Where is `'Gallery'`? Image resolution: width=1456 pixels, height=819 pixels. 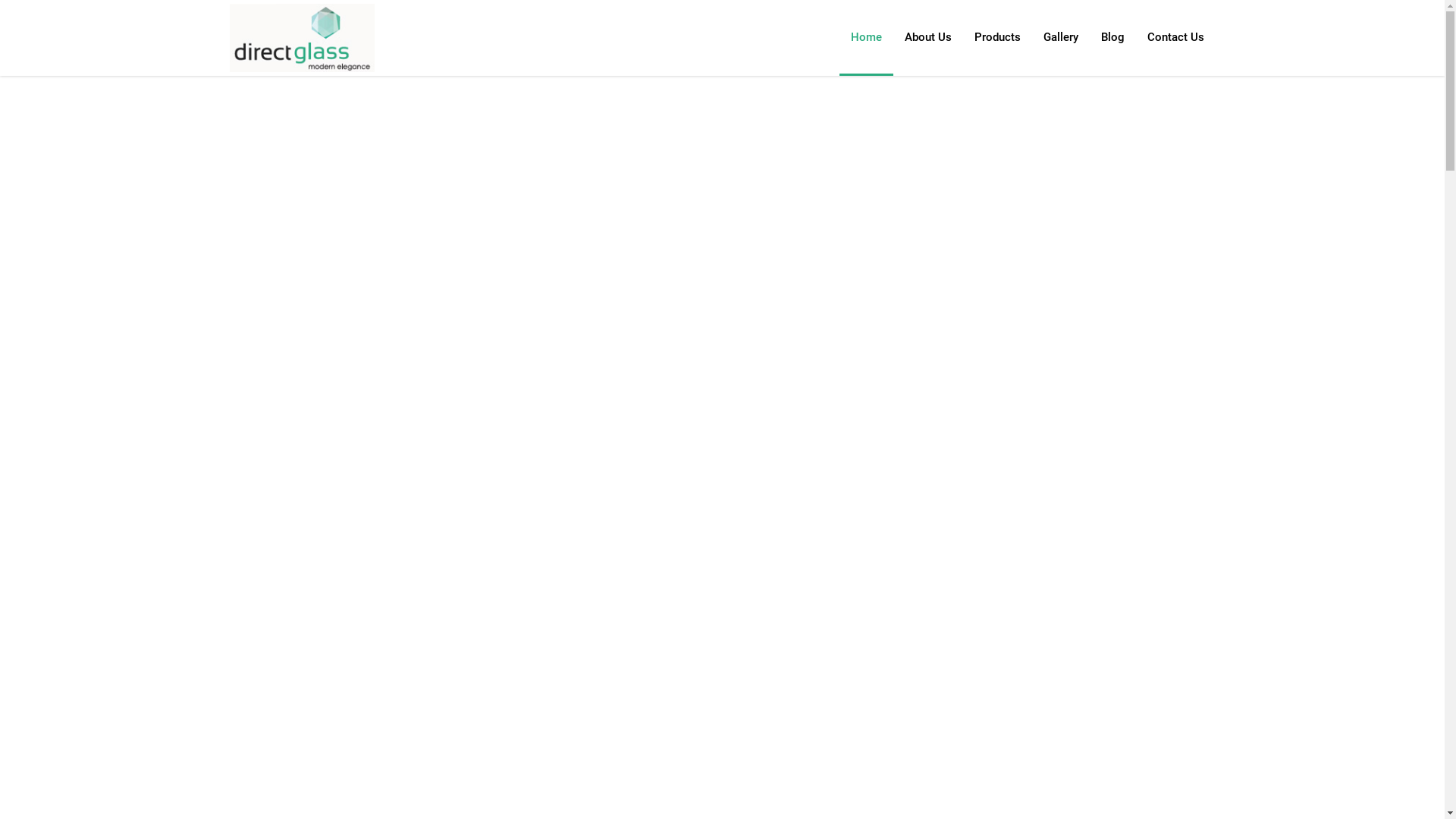
'Gallery' is located at coordinates (1059, 37).